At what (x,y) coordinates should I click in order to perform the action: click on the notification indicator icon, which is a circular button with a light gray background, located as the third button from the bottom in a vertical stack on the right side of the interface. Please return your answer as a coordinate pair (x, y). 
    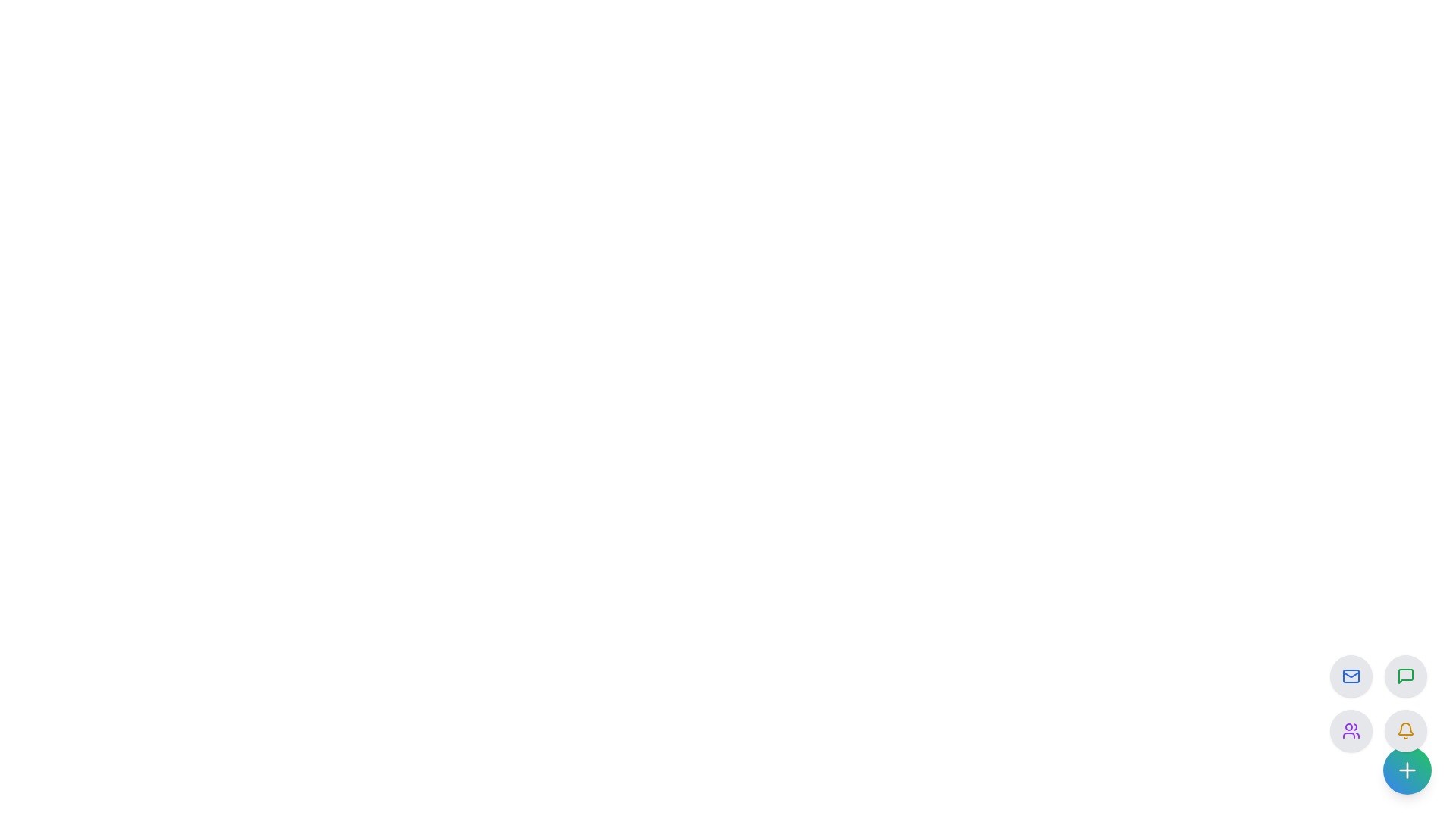
    Looking at the image, I should click on (1404, 730).